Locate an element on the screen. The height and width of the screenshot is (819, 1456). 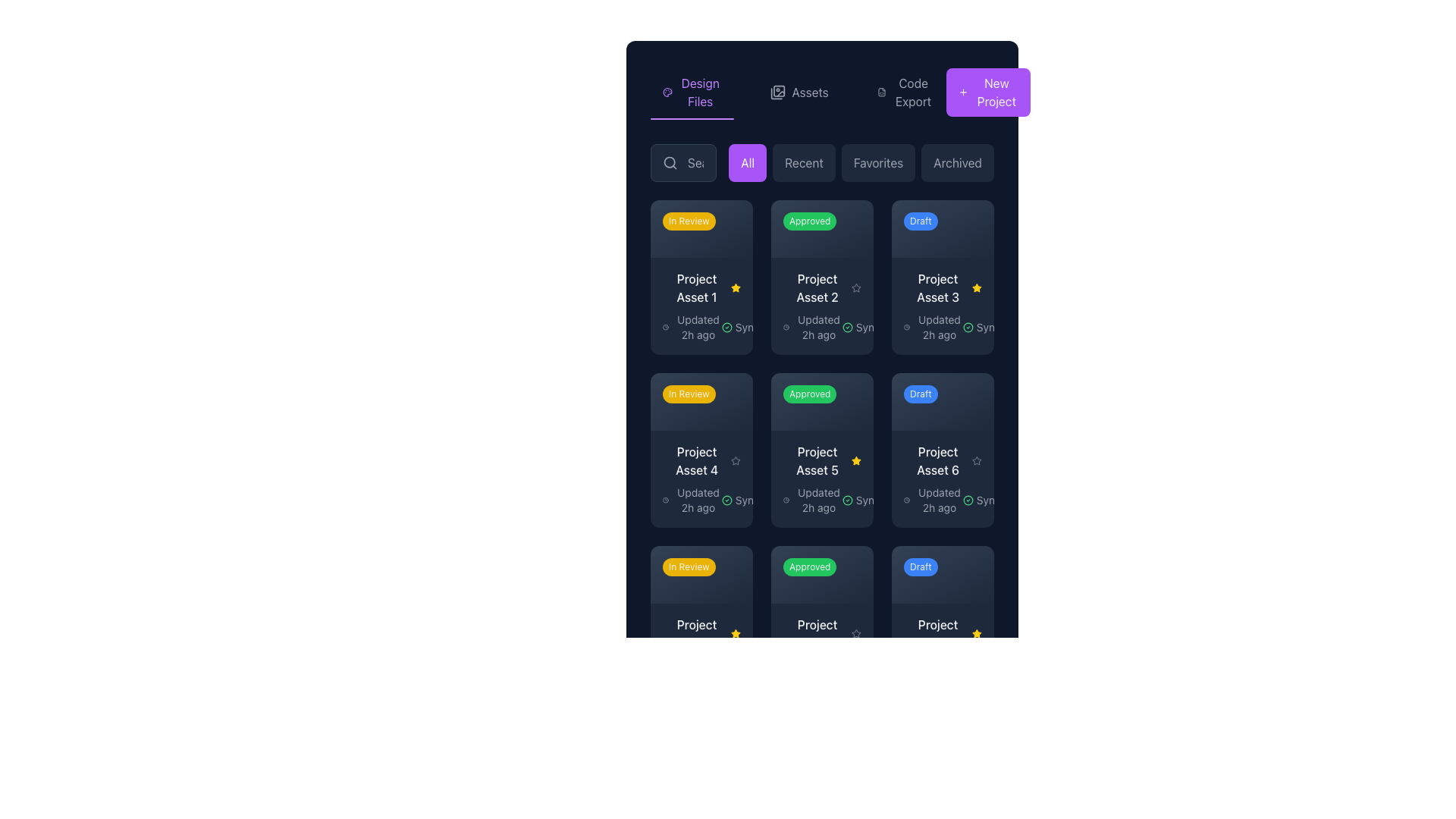
the 'Approved' status badge located in the upper-left corner of the project details card is located at coordinates (809, 221).